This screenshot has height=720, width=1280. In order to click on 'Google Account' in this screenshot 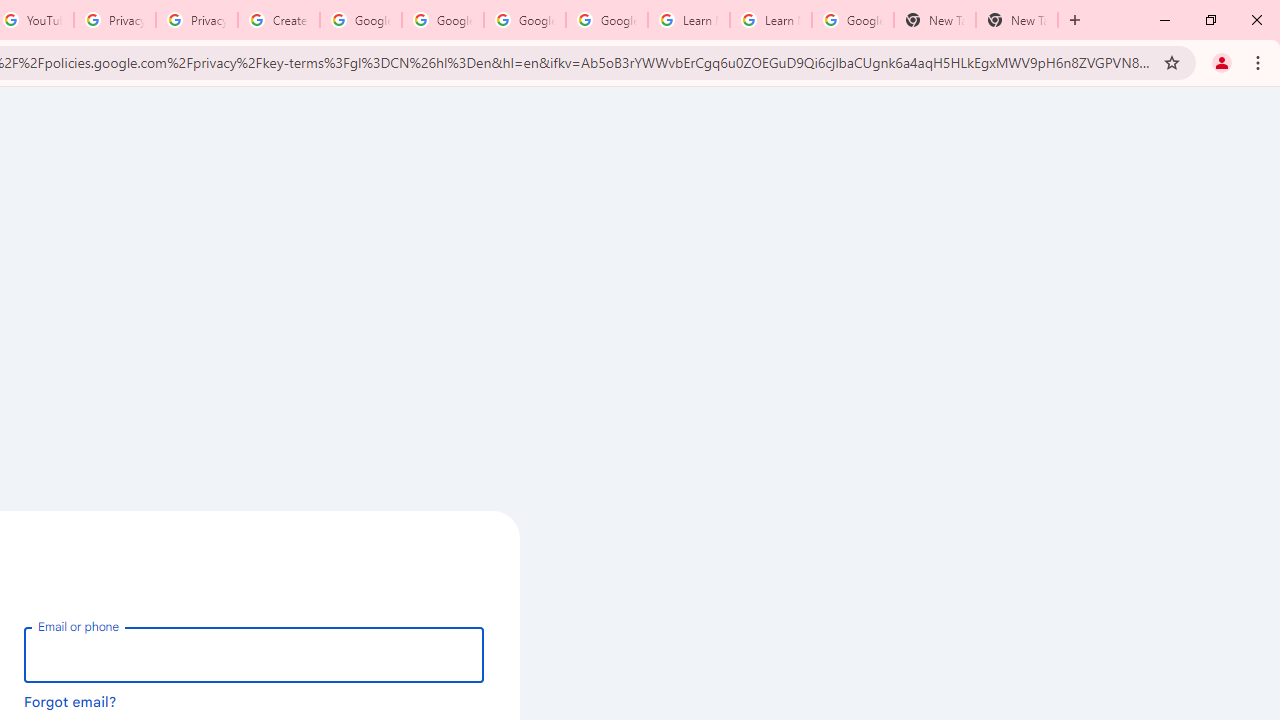, I will do `click(852, 20)`.